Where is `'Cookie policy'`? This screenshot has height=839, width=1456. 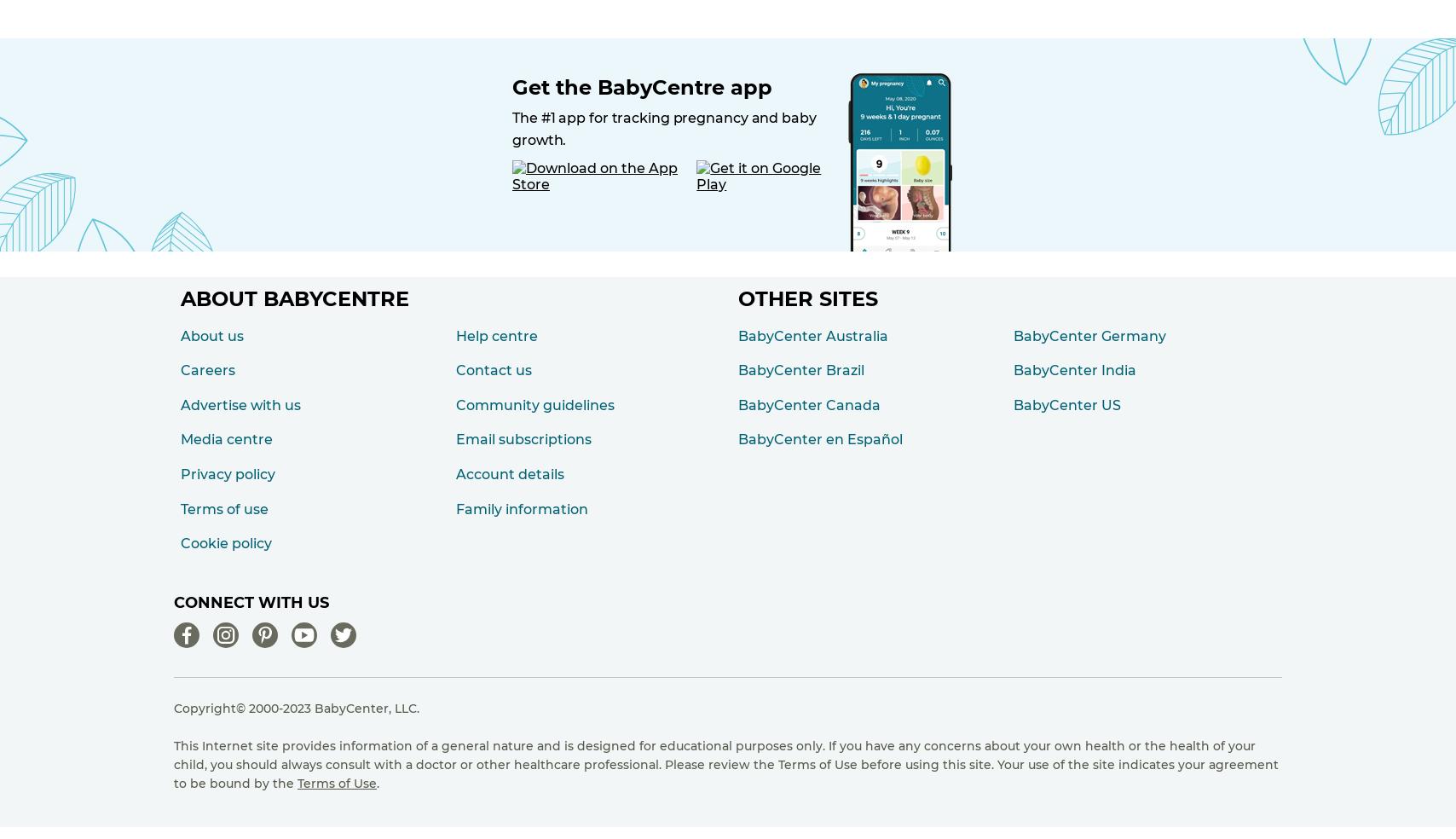 'Cookie policy' is located at coordinates (226, 543).